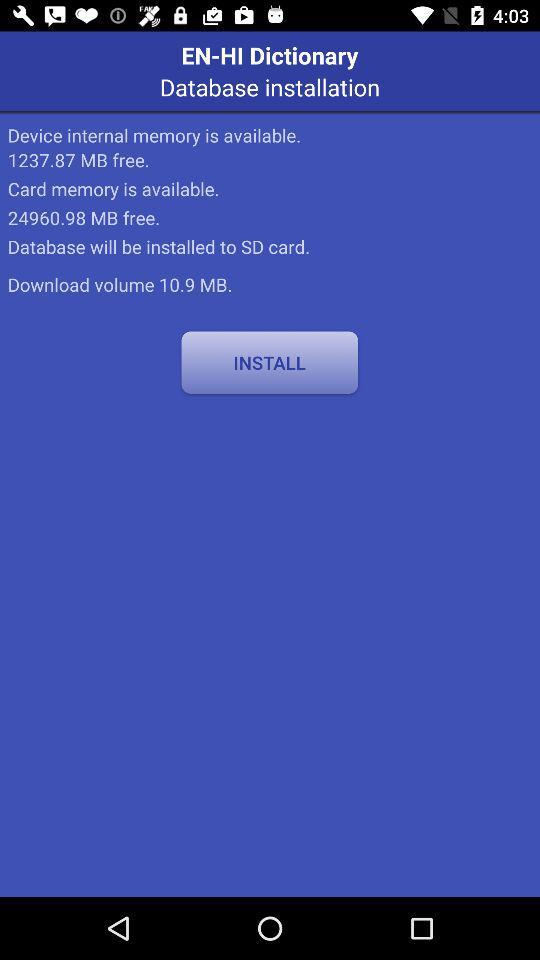  Describe the element at coordinates (269, 361) in the screenshot. I see `app below download volume 10 icon` at that location.